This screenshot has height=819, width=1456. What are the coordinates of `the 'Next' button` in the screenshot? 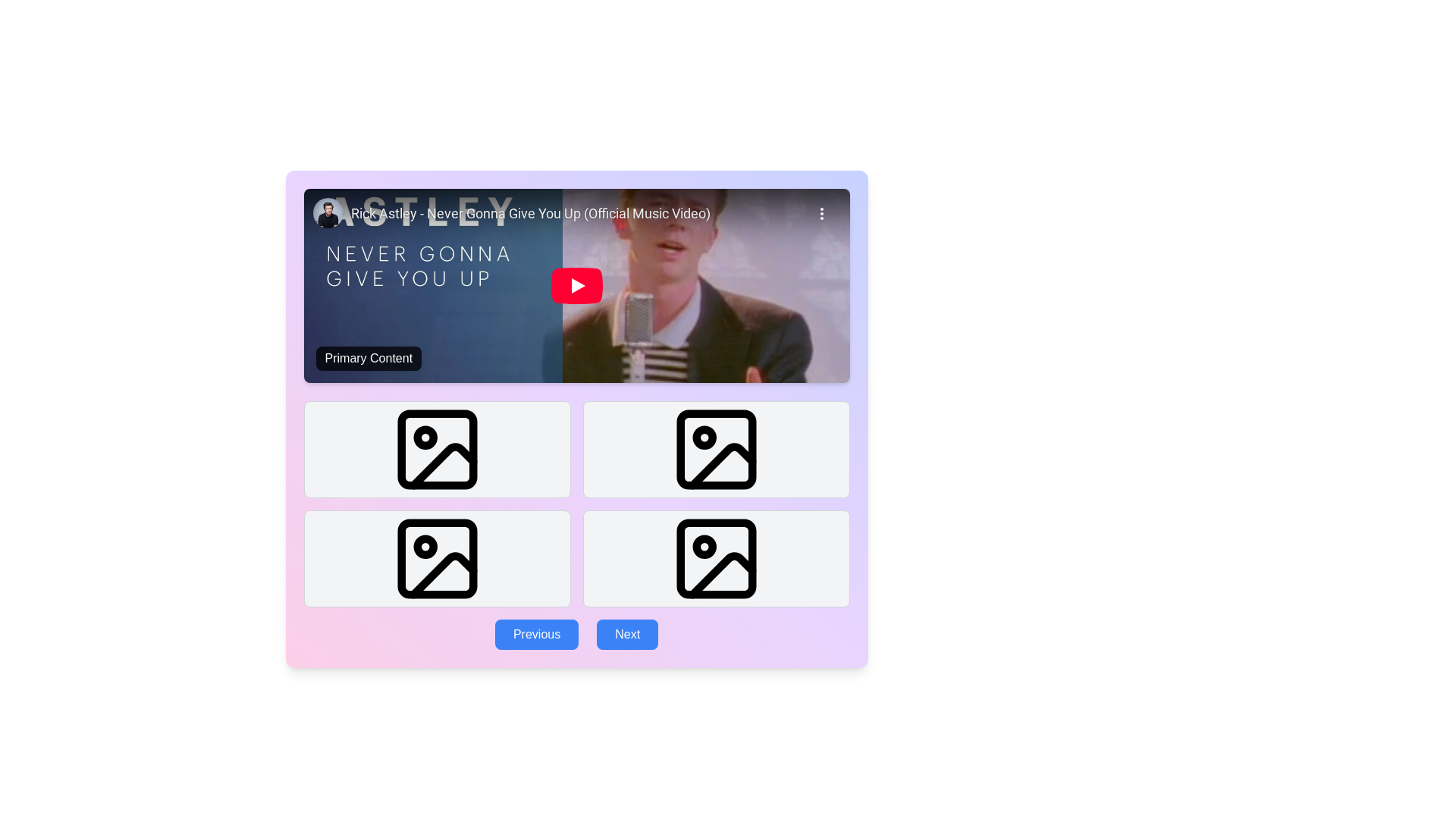 It's located at (627, 635).